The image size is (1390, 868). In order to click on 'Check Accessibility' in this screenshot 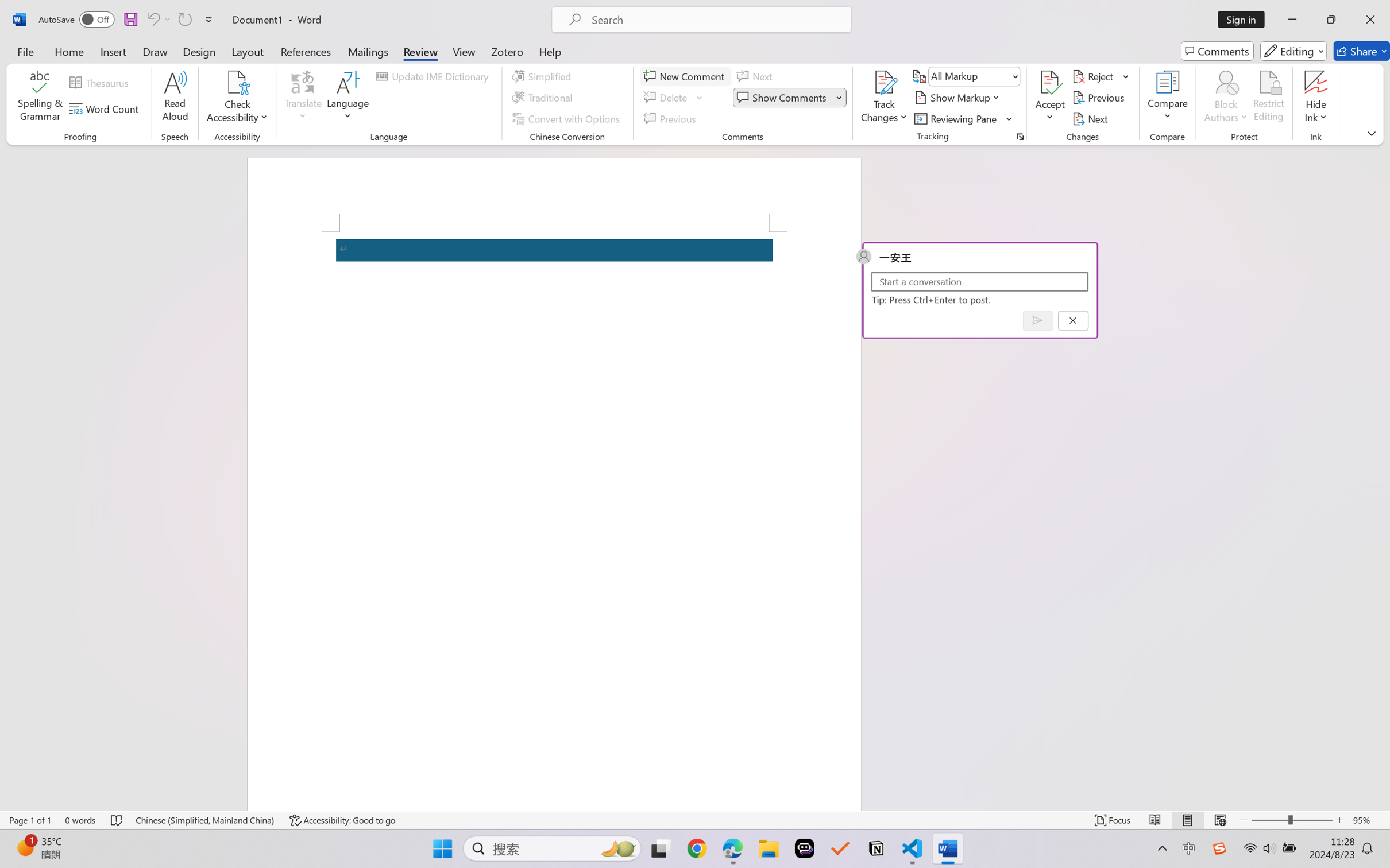, I will do `click(237, 98)`.